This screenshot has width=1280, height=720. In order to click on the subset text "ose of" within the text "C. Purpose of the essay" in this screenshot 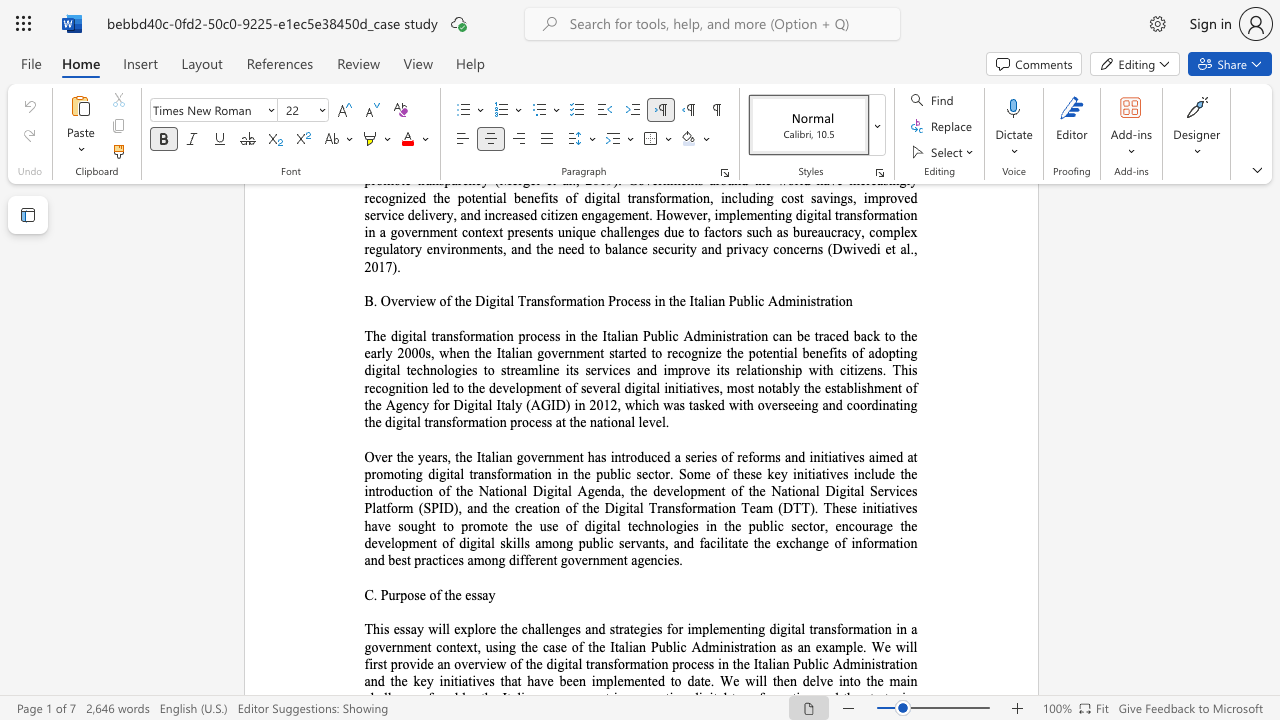, I will do `click(406, 594)`.